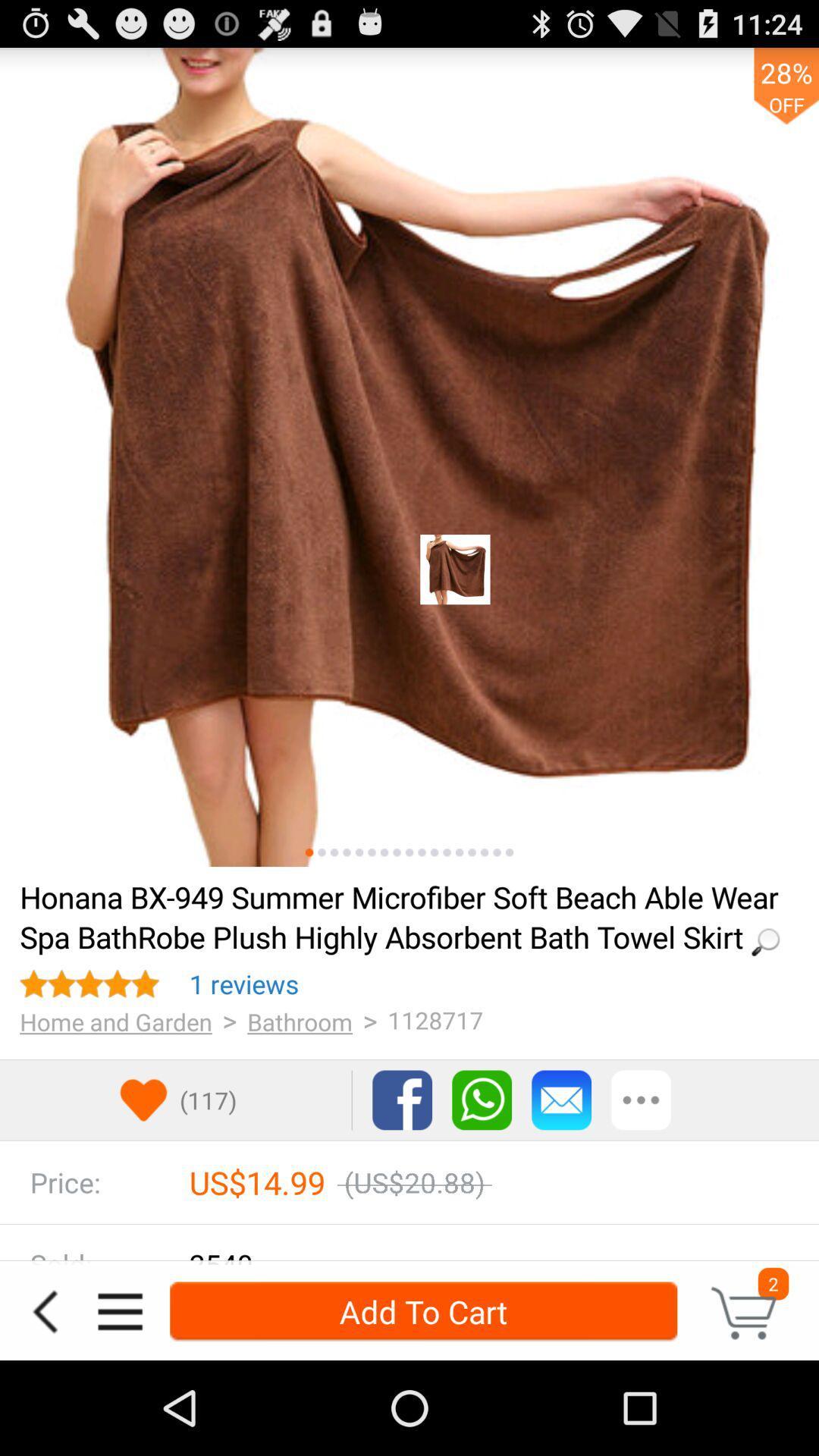  Describe the element at coordinates (119, 1310) in the screenshot. I see `open navigation menu` at that location.